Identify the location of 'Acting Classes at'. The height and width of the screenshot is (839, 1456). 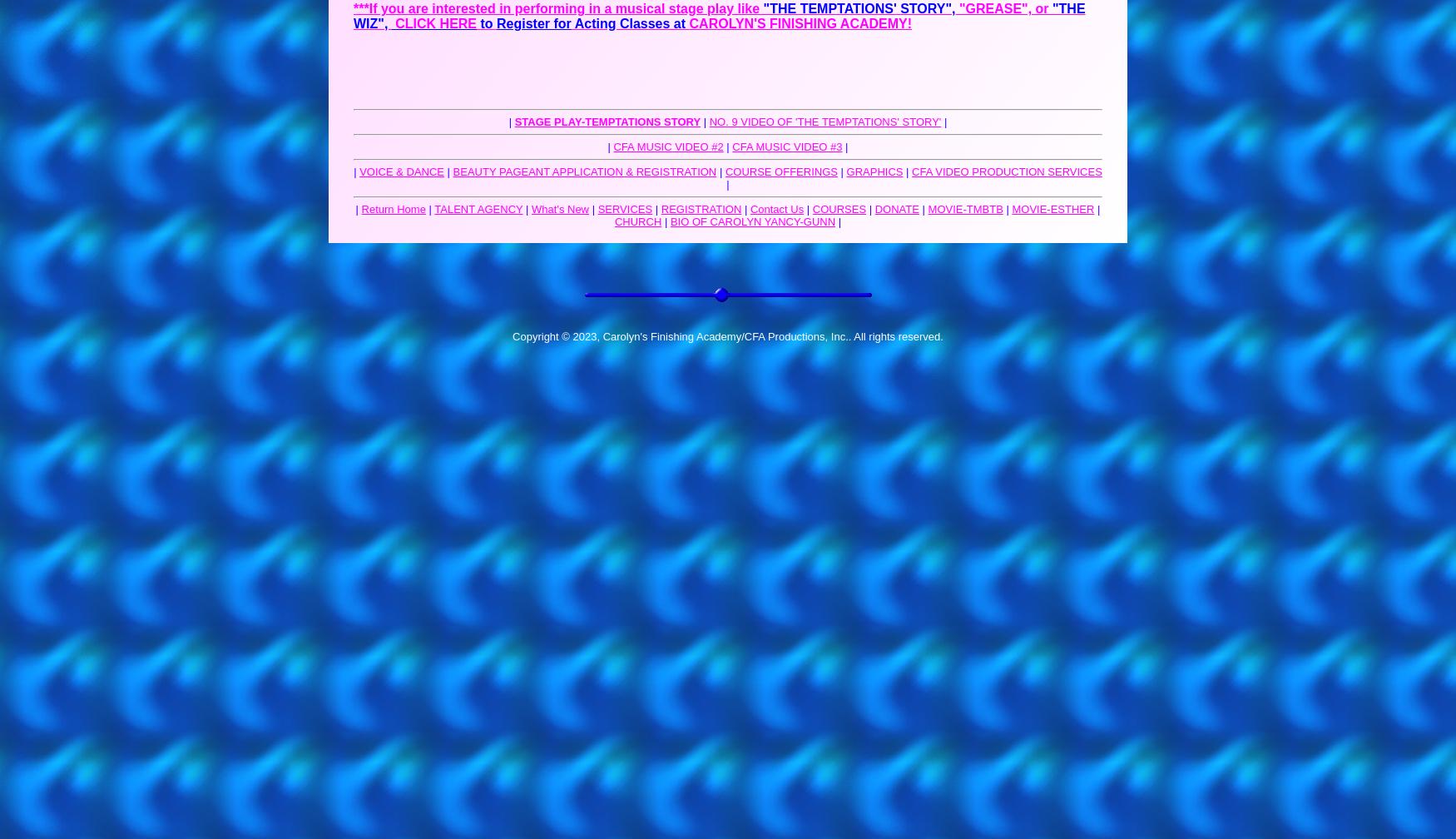
(570, 23).